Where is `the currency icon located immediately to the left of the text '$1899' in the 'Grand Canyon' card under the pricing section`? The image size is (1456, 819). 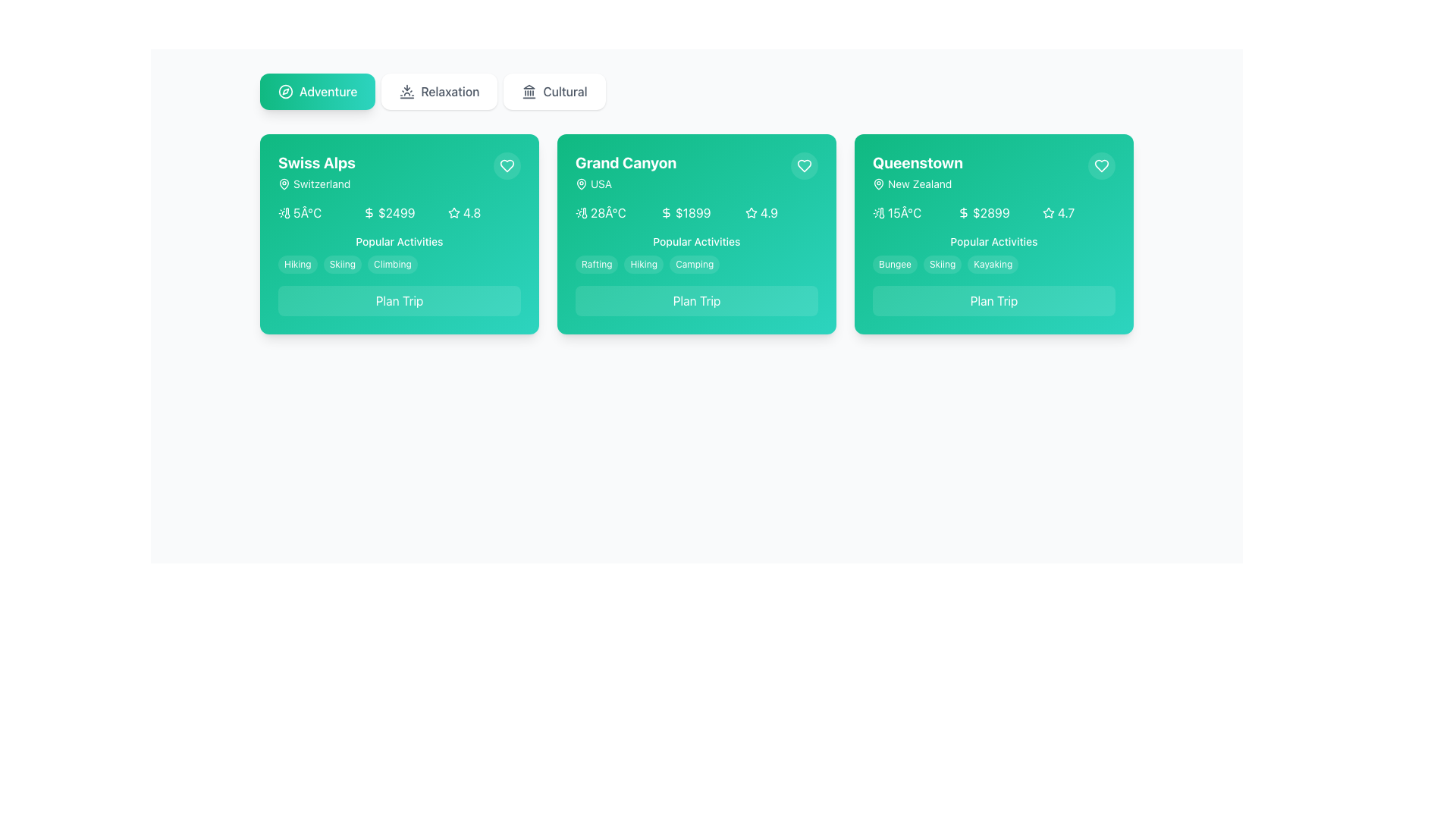 the currency icon located immediately to the left of the text '$1899' in the 'Grand Canyon' card under the pricing section is located at coordinates (666, 213).